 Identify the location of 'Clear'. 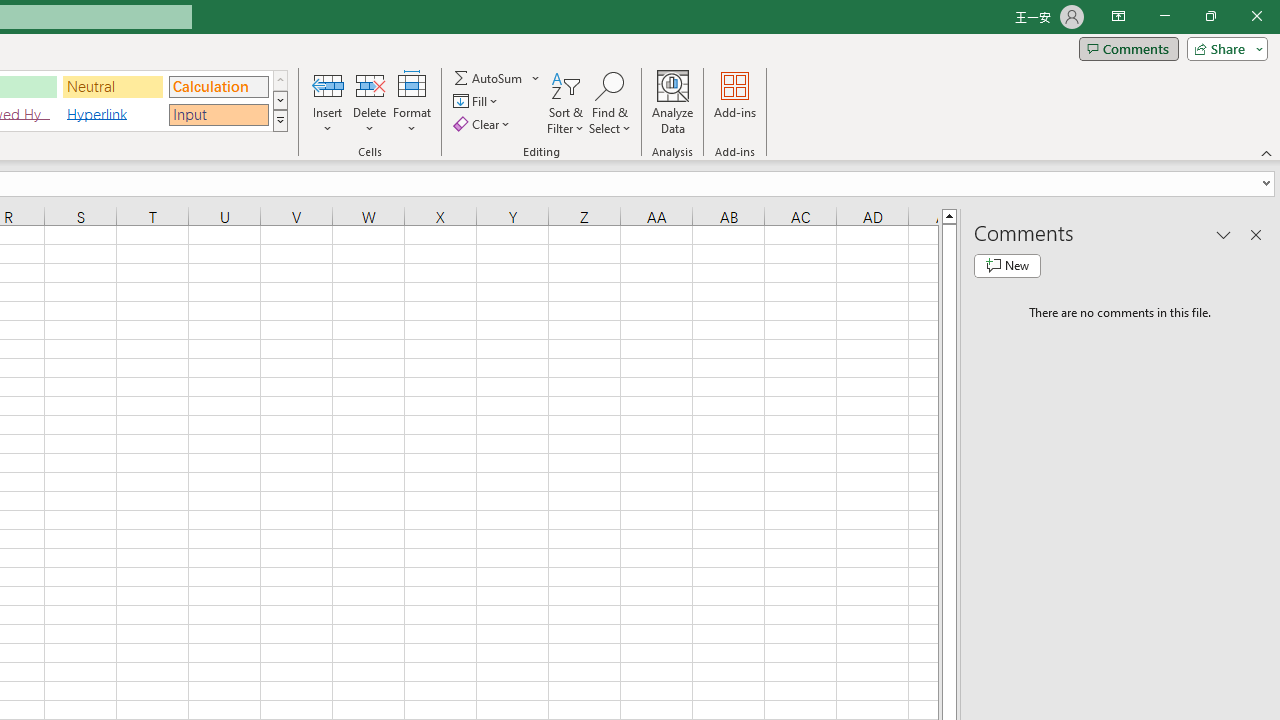
(483, 124).